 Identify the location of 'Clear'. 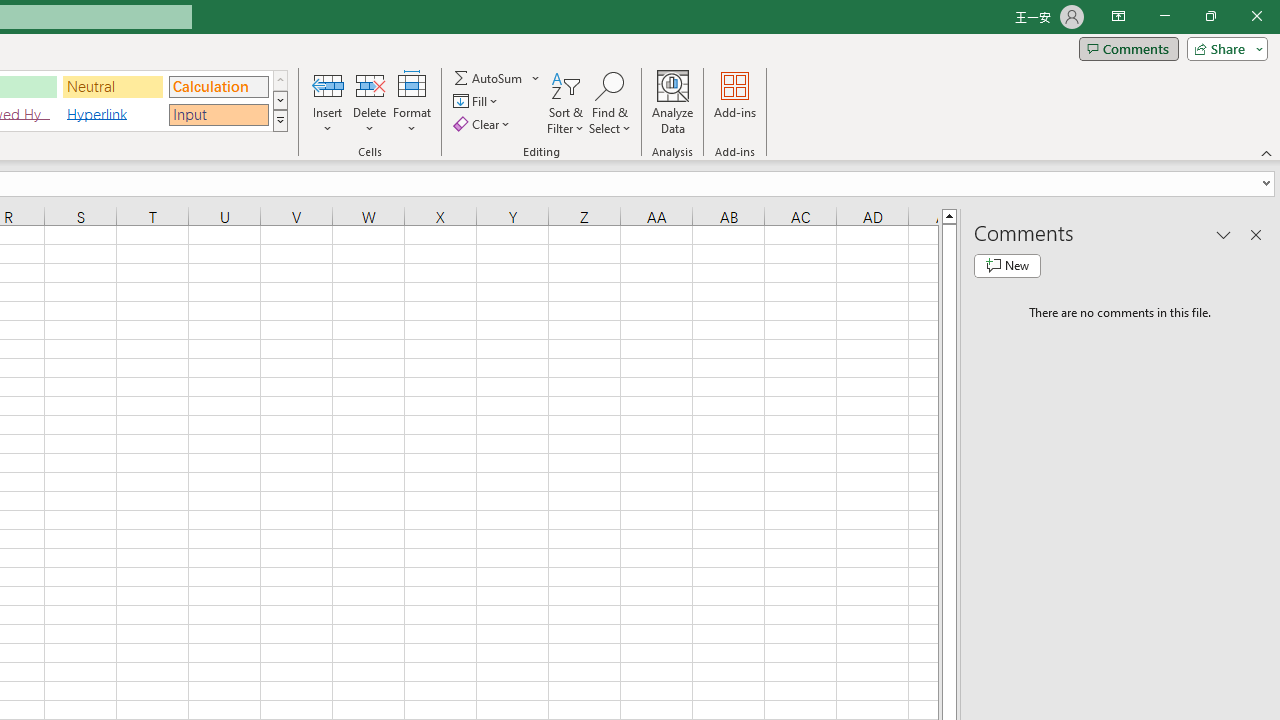
(483, 124).